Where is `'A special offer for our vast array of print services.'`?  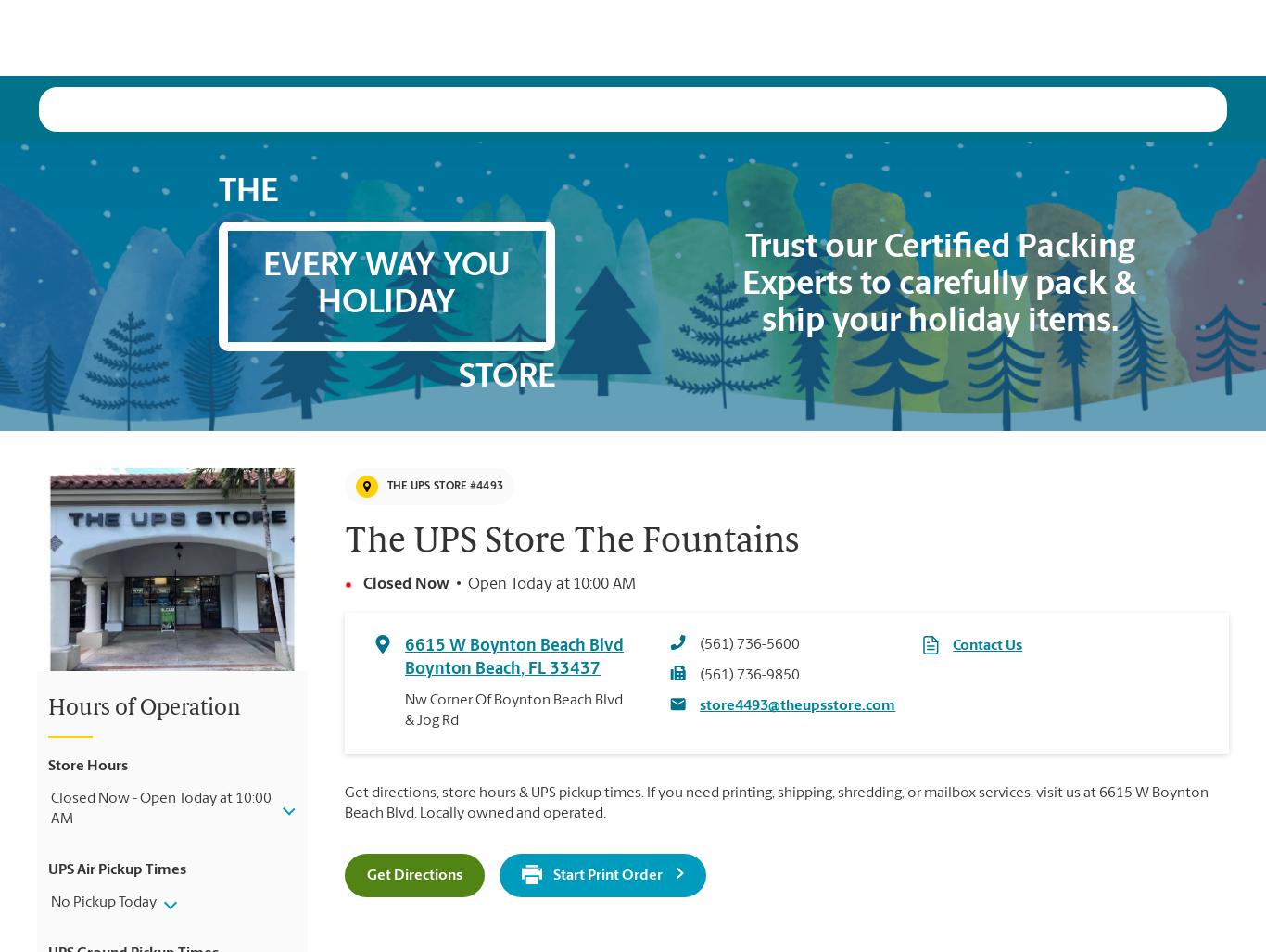
'A special offer for our vast array of print services.' is located at coordinates (850, 363).